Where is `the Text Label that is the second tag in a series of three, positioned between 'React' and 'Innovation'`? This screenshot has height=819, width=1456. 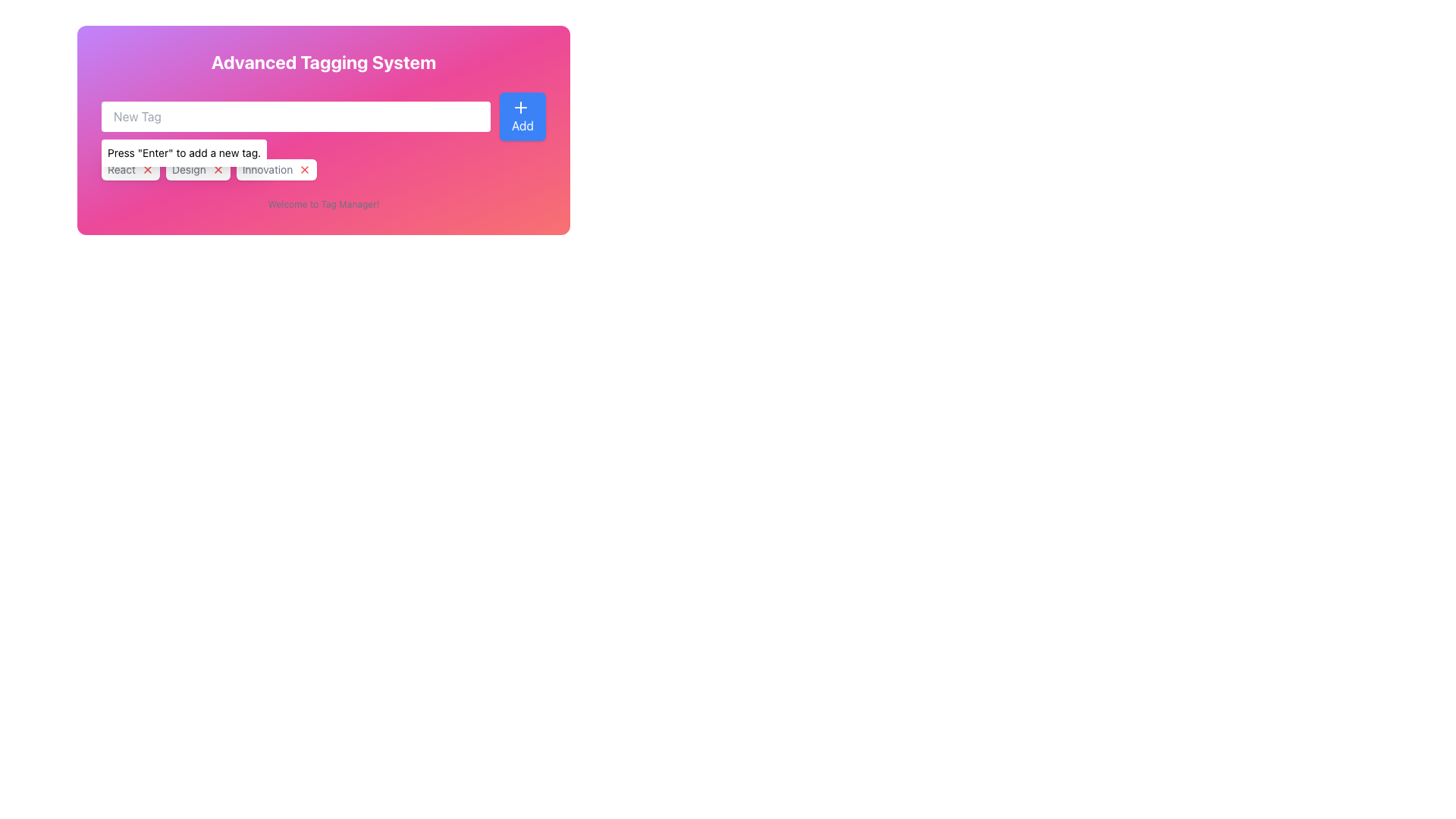 the Text Label that is the second tag in a series of three, positioned between 'React' and 'Innovation' is located at coordinates (188, 169).